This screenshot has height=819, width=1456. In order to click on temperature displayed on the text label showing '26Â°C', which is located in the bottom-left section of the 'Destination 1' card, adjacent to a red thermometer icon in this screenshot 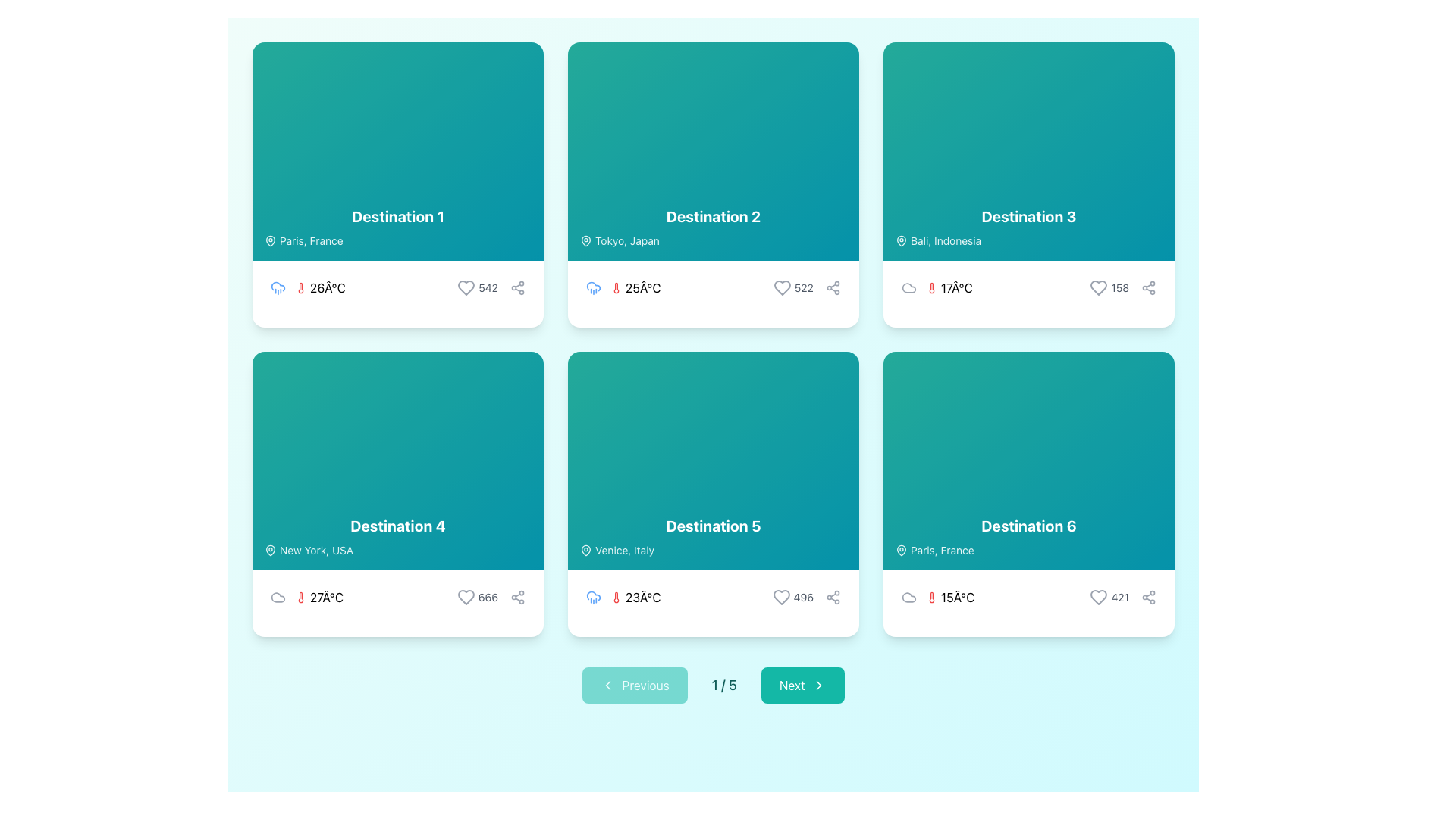, I will do `click(327, 288)`.